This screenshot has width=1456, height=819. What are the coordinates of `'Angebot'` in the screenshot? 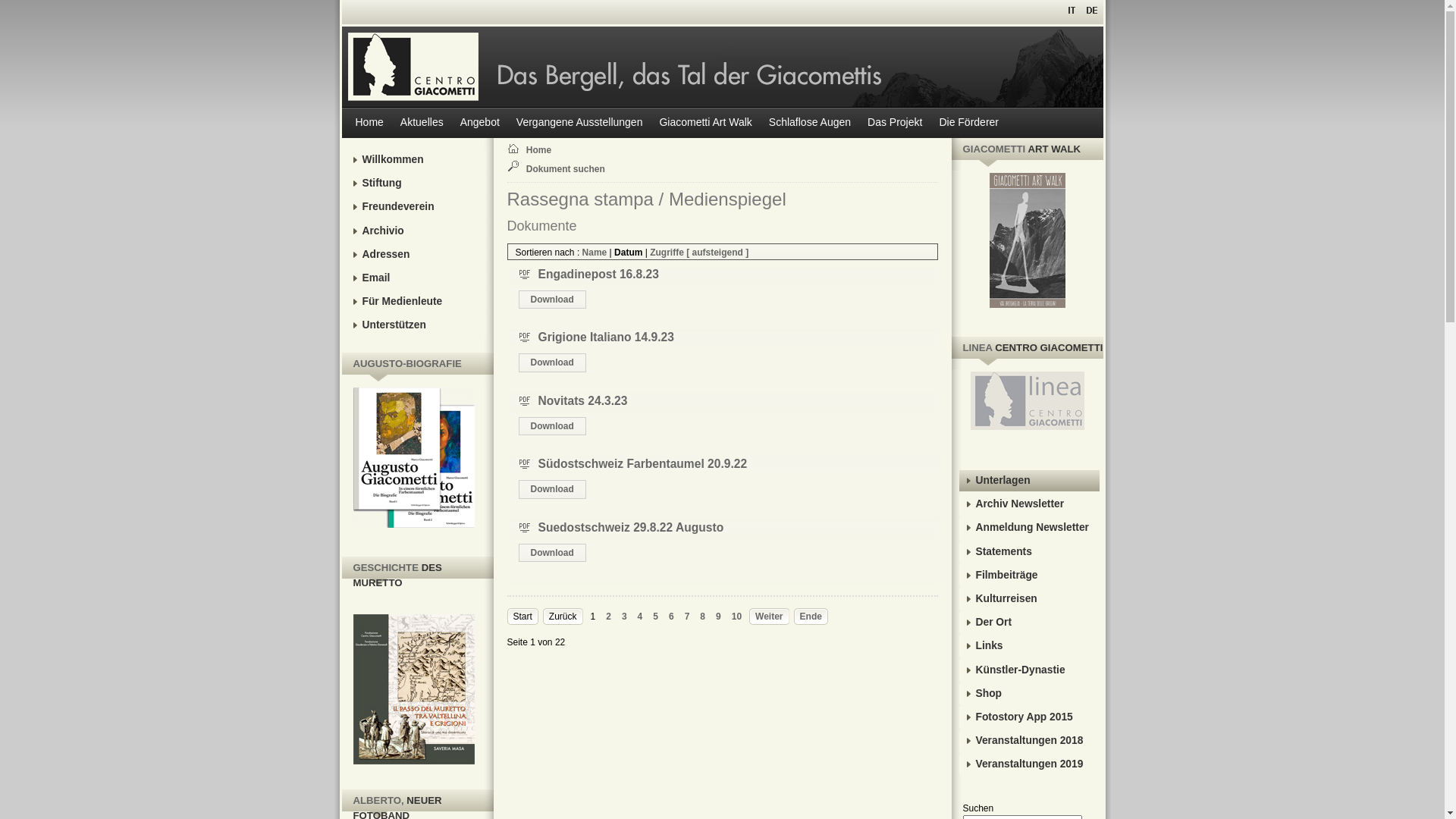 It's located at (479, 121).